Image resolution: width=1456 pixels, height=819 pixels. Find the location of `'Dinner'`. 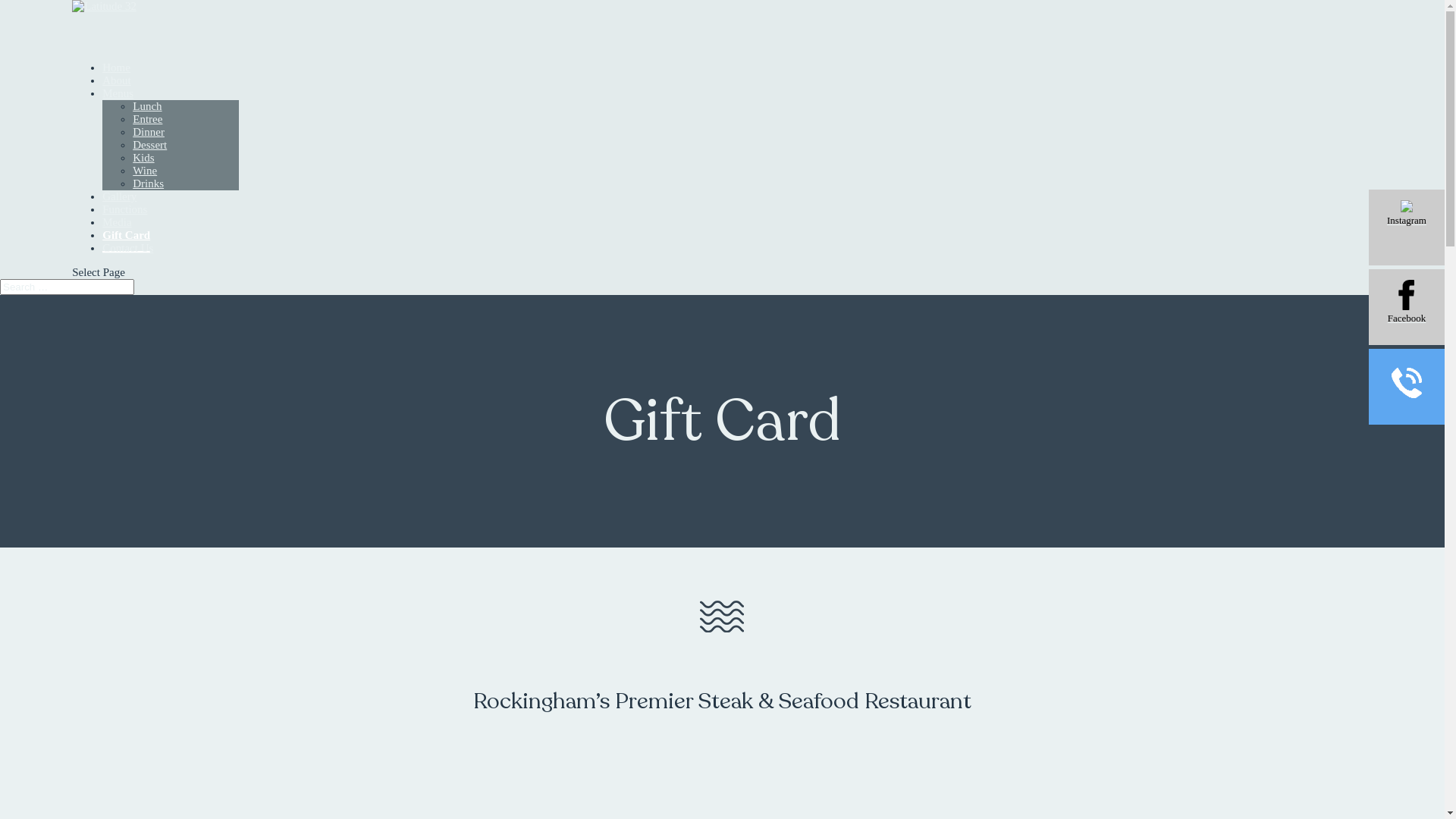

'Dinner' is located at coordinates (149, 130).